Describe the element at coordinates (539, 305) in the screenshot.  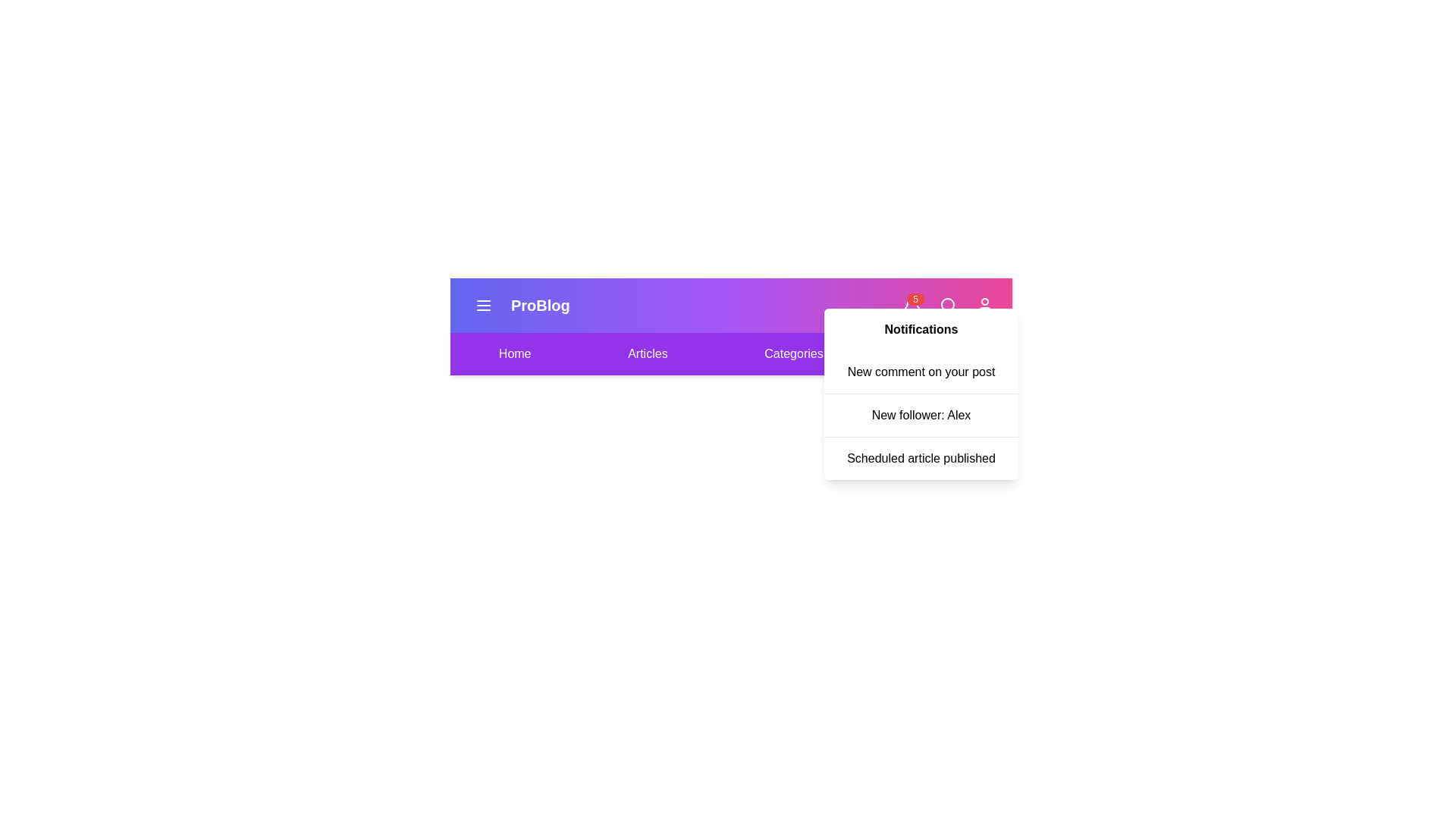
I see `the ProBlog title to select it` at that location.